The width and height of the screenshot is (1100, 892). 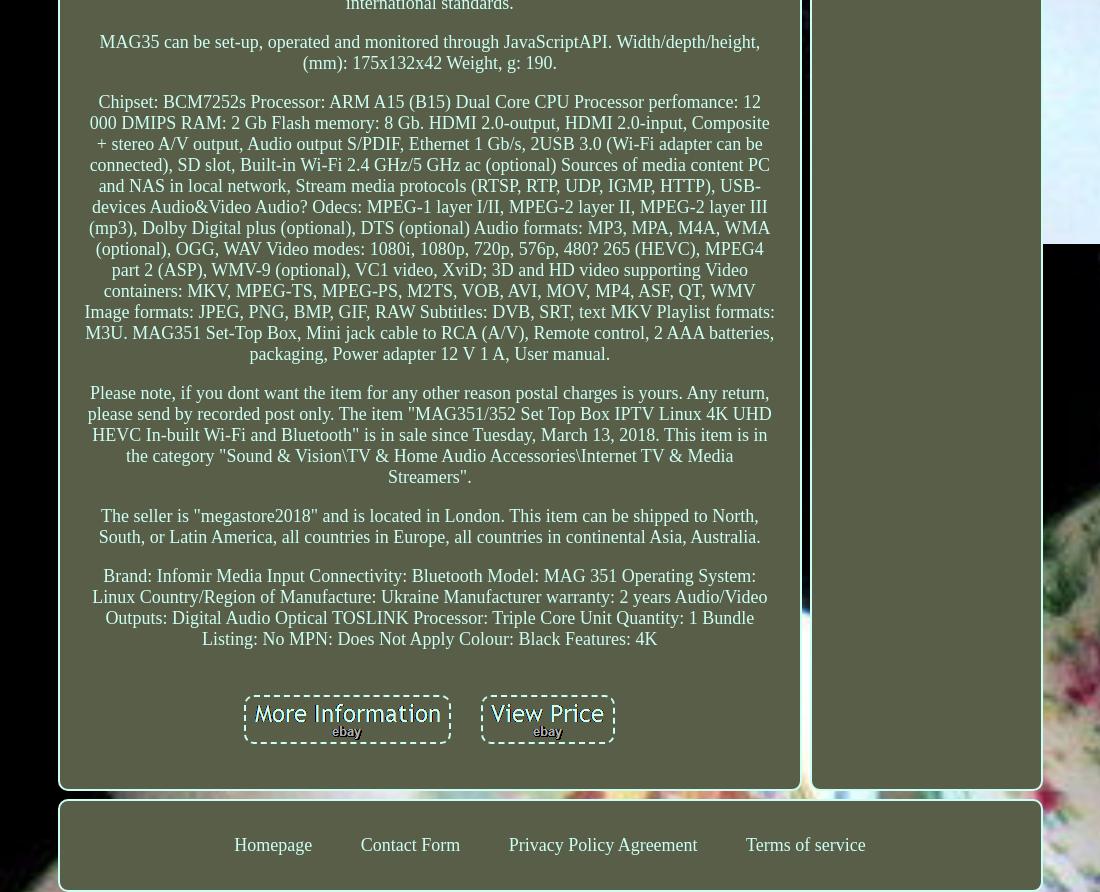 What do you see at coordinates (435, 606) in the screenshot?
I see `'Audio/Video Outputs: Digital Audio Optical TOSLINK'` at bounding box center [435, 606].